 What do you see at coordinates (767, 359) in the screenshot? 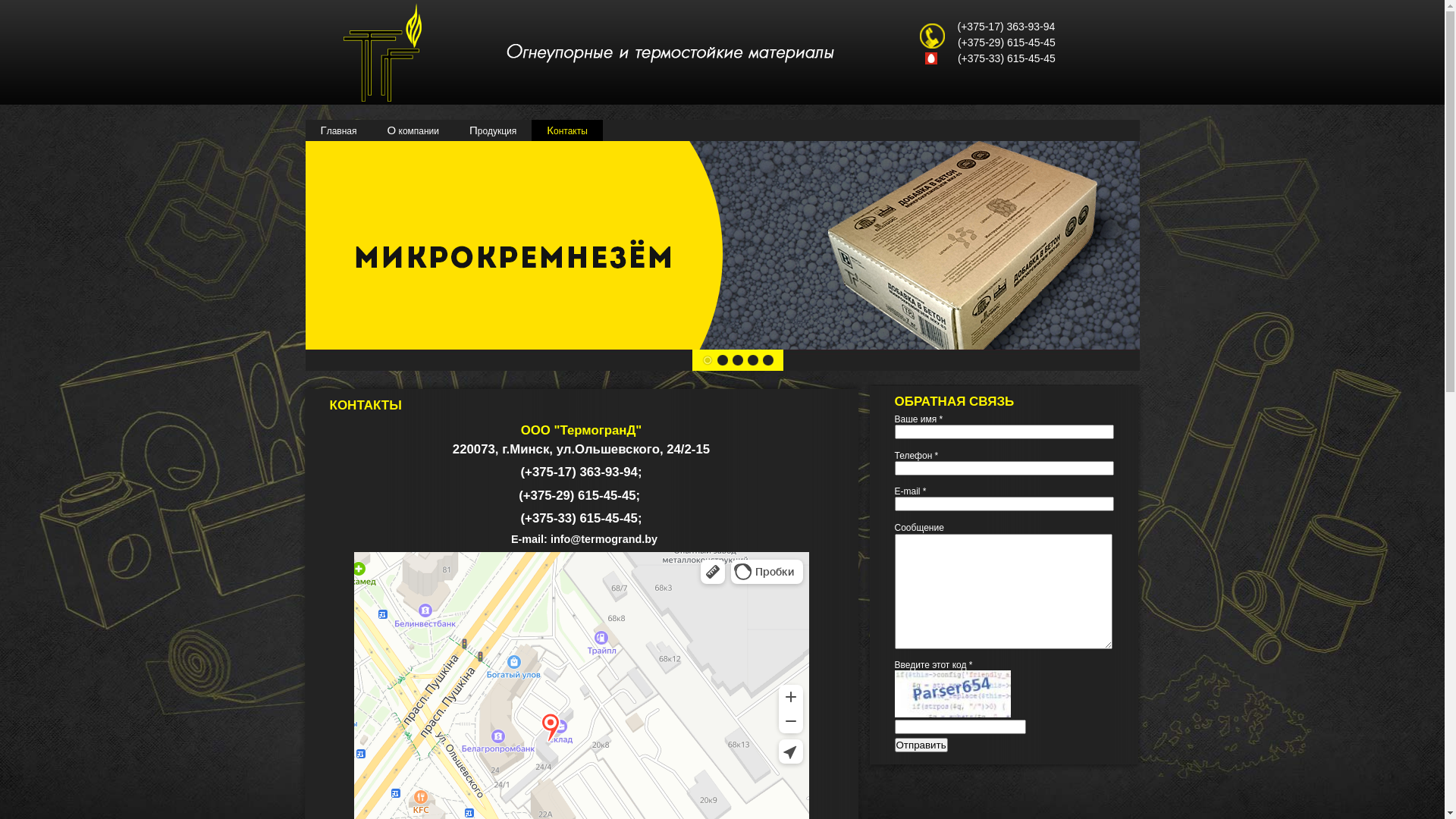
I see `'5'` at bounding box center [767, 359].